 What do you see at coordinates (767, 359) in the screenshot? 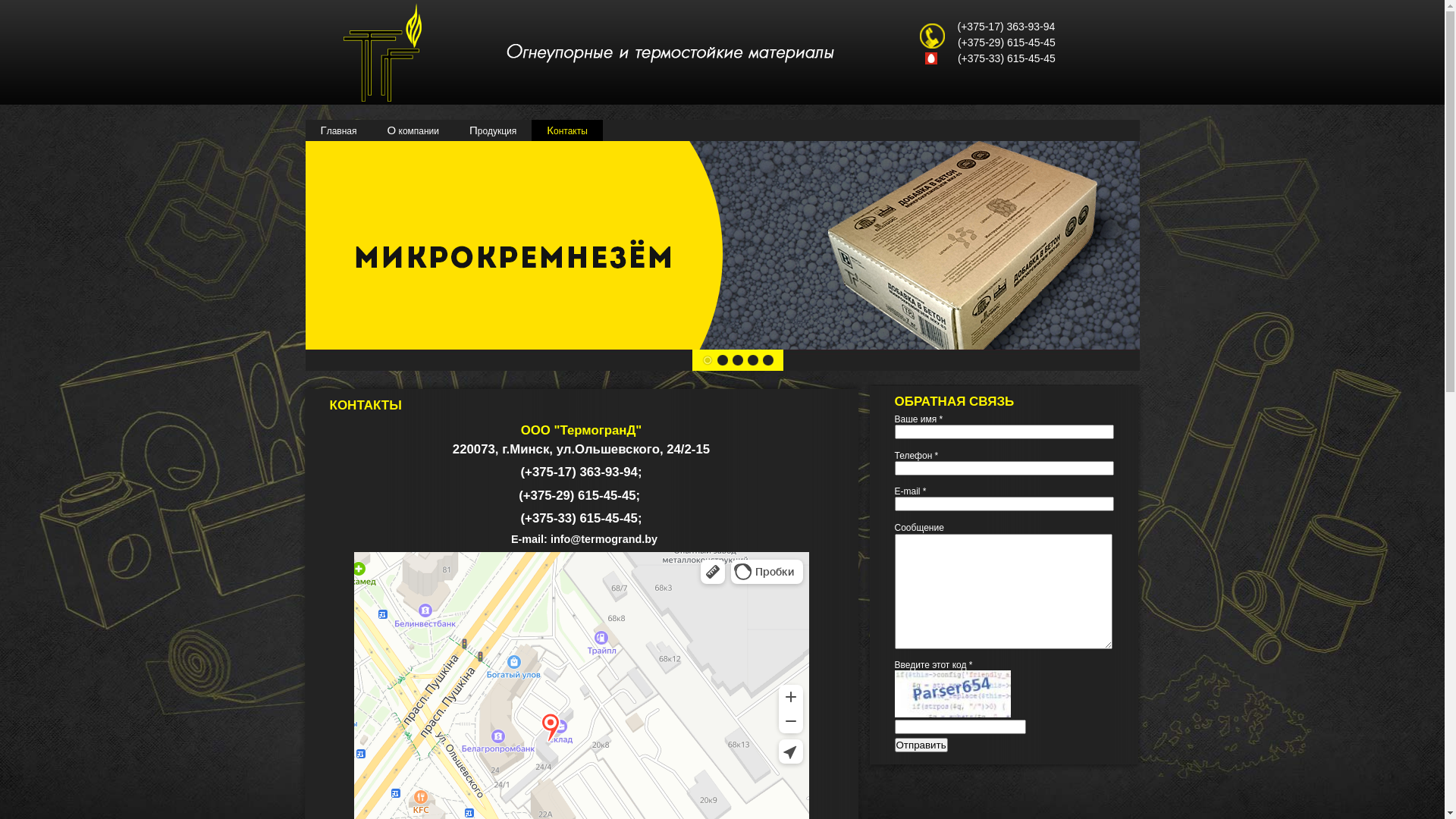
I see `'5'` at bounding box center [767, 359].